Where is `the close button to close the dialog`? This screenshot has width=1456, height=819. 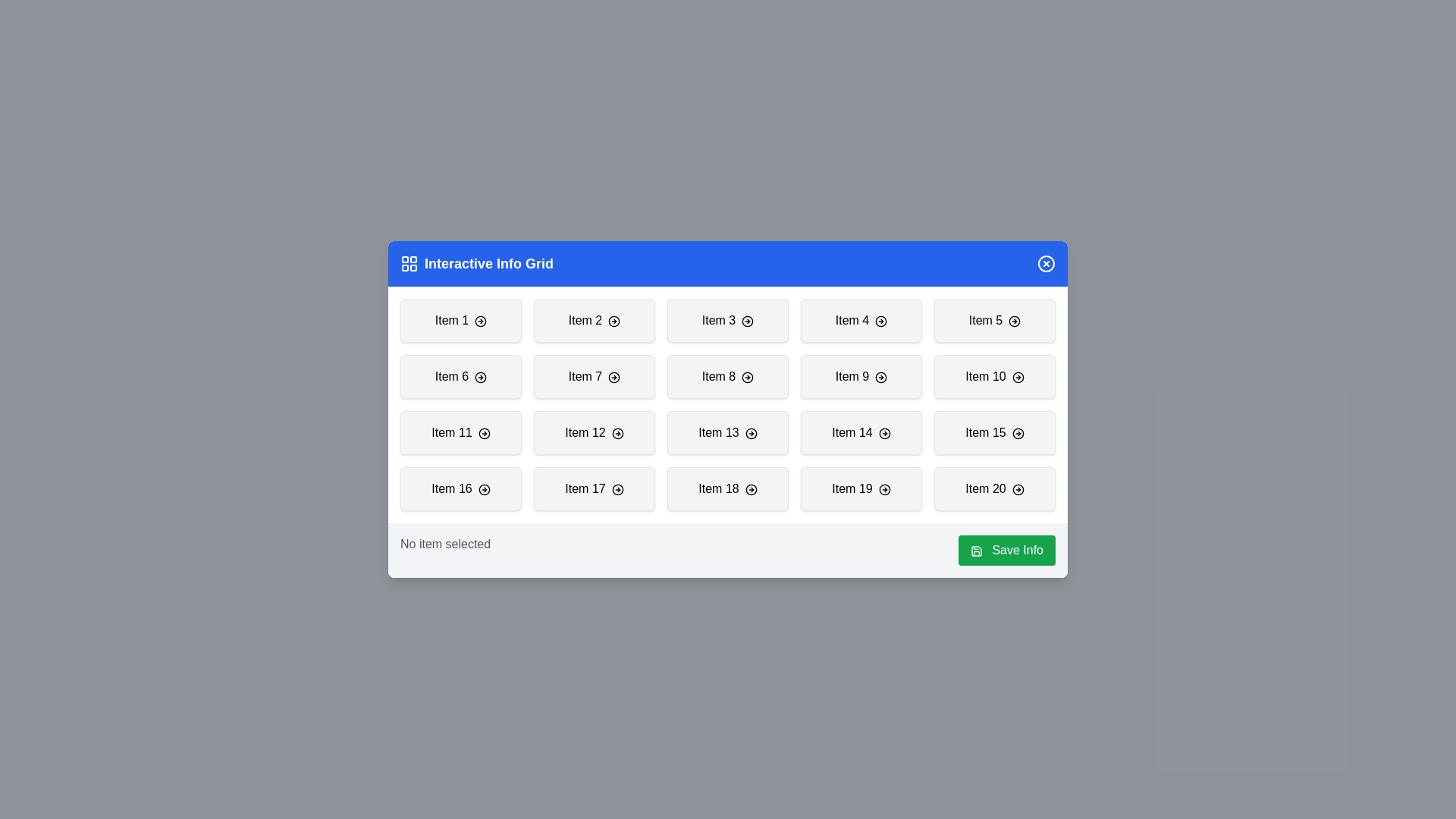
the close button to close the dialog is located at coordinates (1046, 262).